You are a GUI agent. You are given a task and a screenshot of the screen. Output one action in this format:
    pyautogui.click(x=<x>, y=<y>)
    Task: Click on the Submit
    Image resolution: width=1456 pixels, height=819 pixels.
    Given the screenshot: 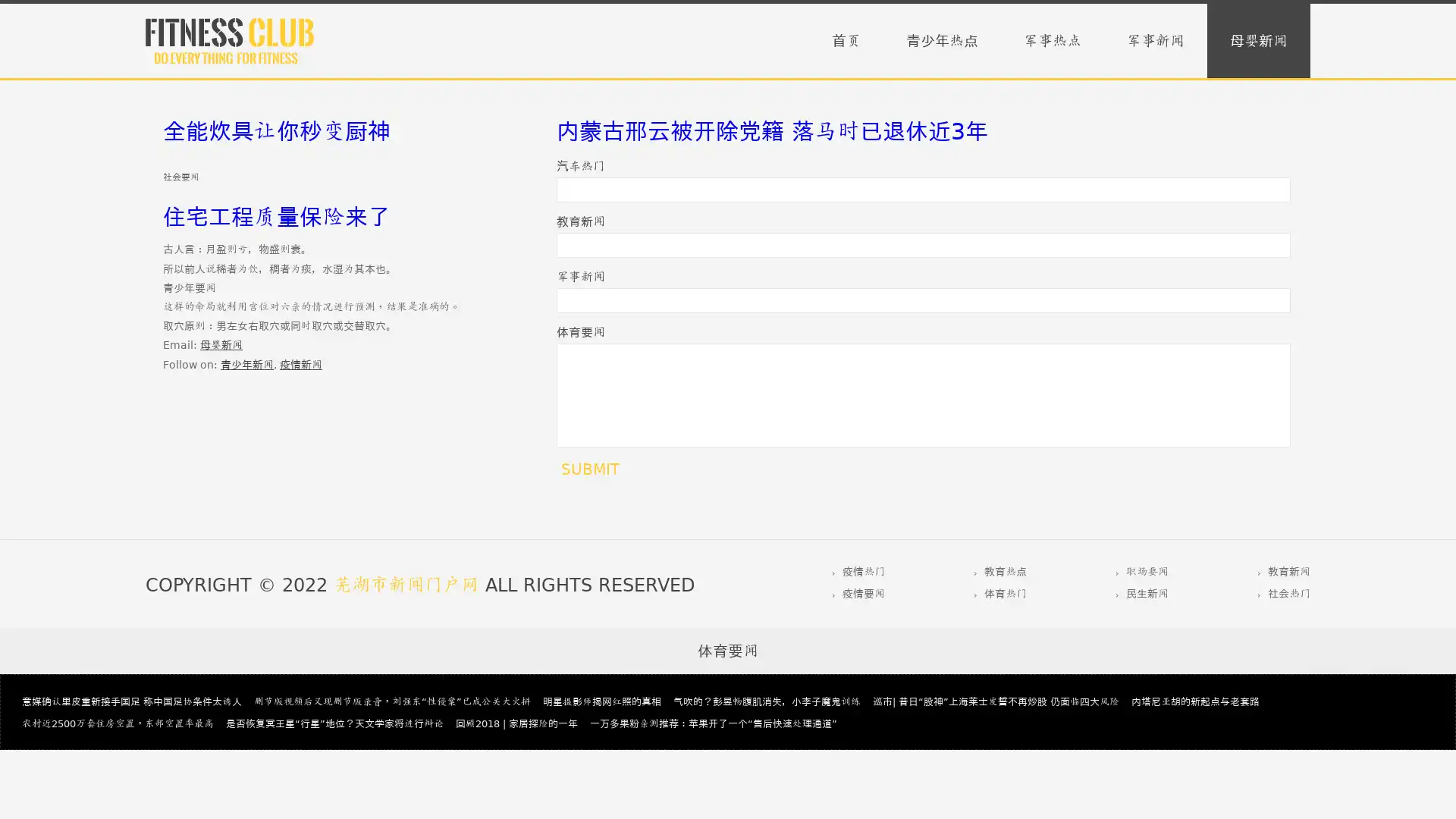 What is the action you would take?
    pyautogui.click(x=589, y=468)
    